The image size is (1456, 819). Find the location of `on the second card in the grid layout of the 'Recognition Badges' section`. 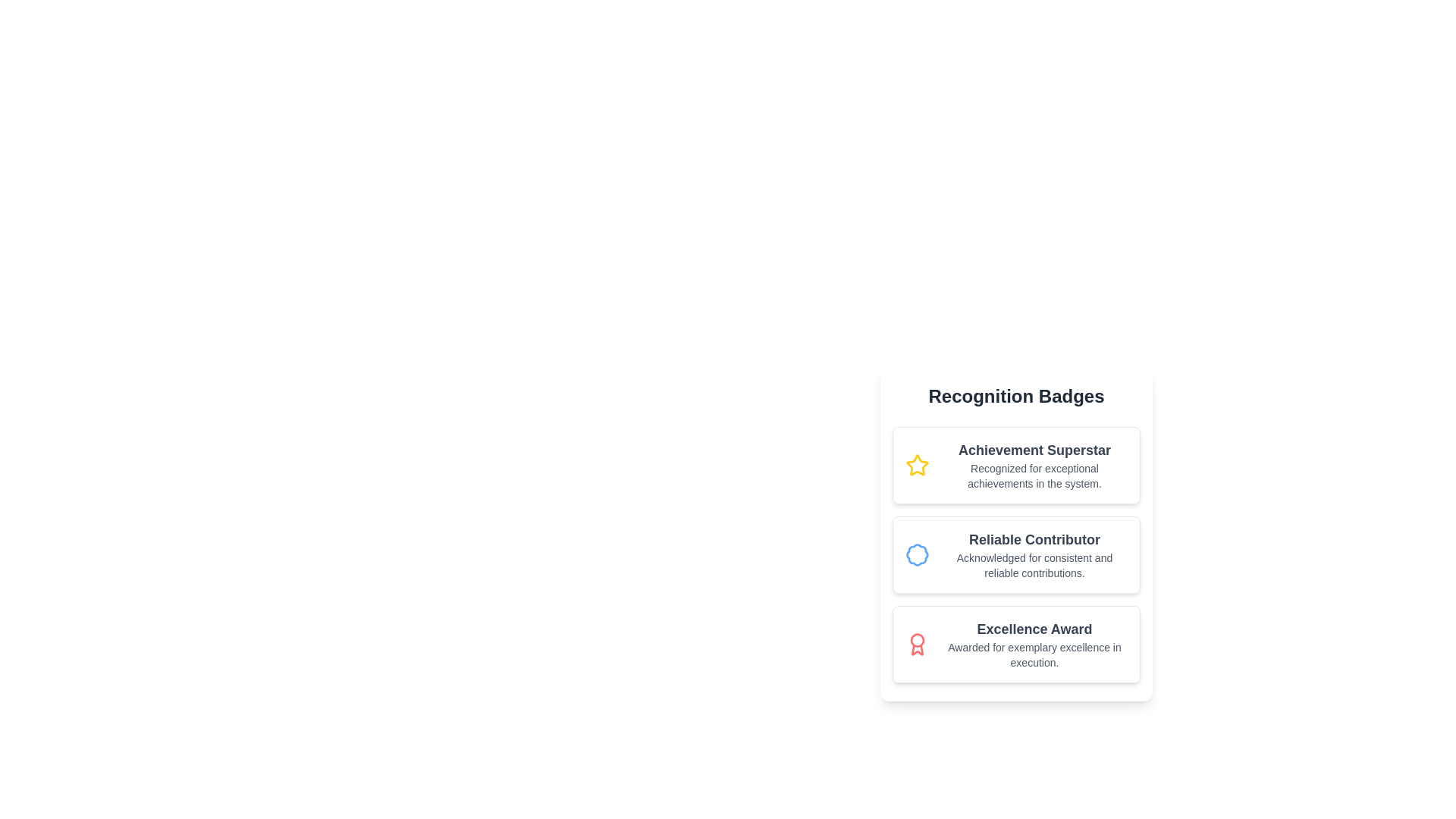

on the second card in the grid layout of the 'Recognition Badges' section is located at coordinates (1016, 555).